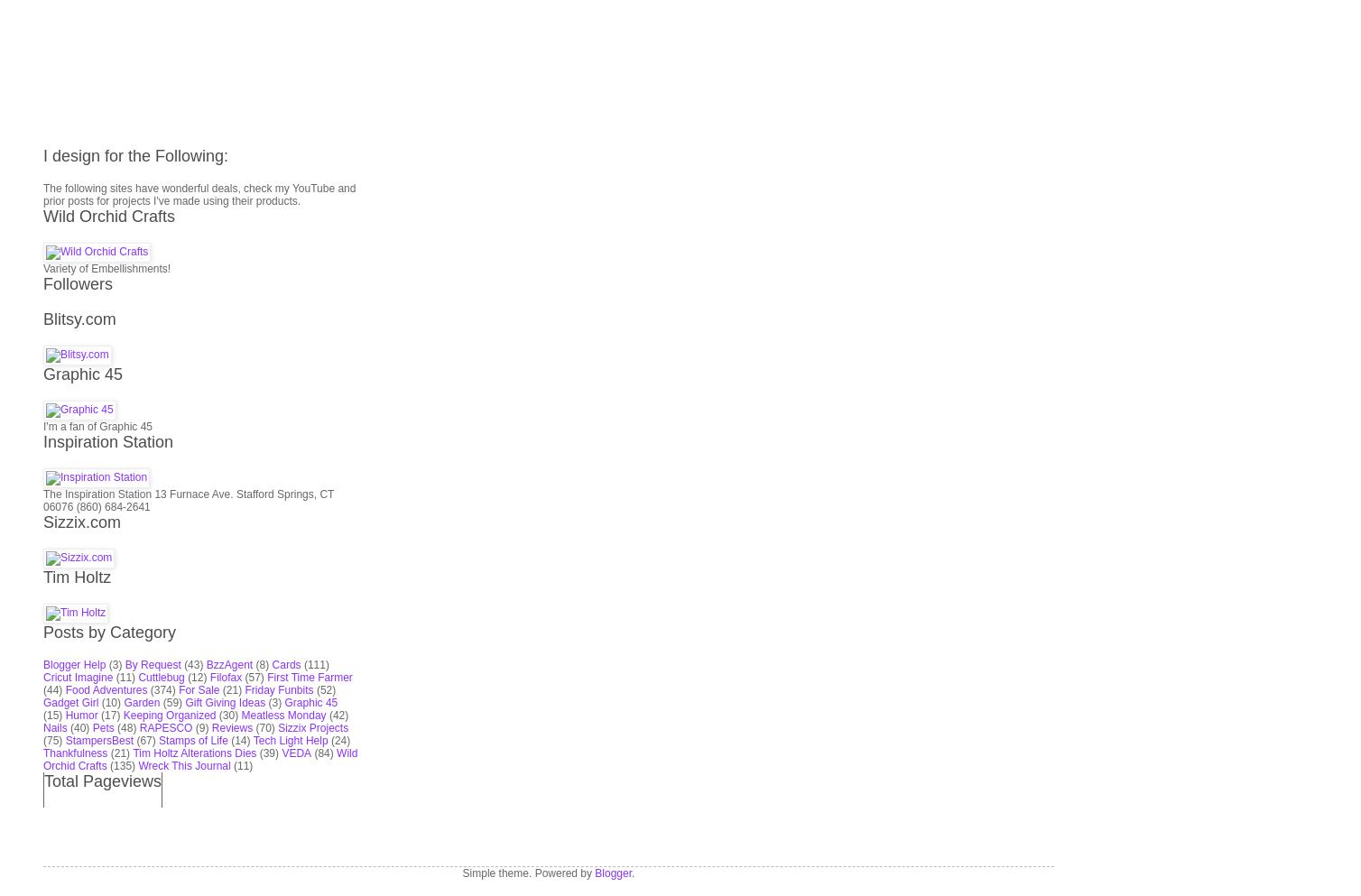 This screenshot has height=896, width=1361. I want to click on 'Inspiration Station', so click(108, 226).